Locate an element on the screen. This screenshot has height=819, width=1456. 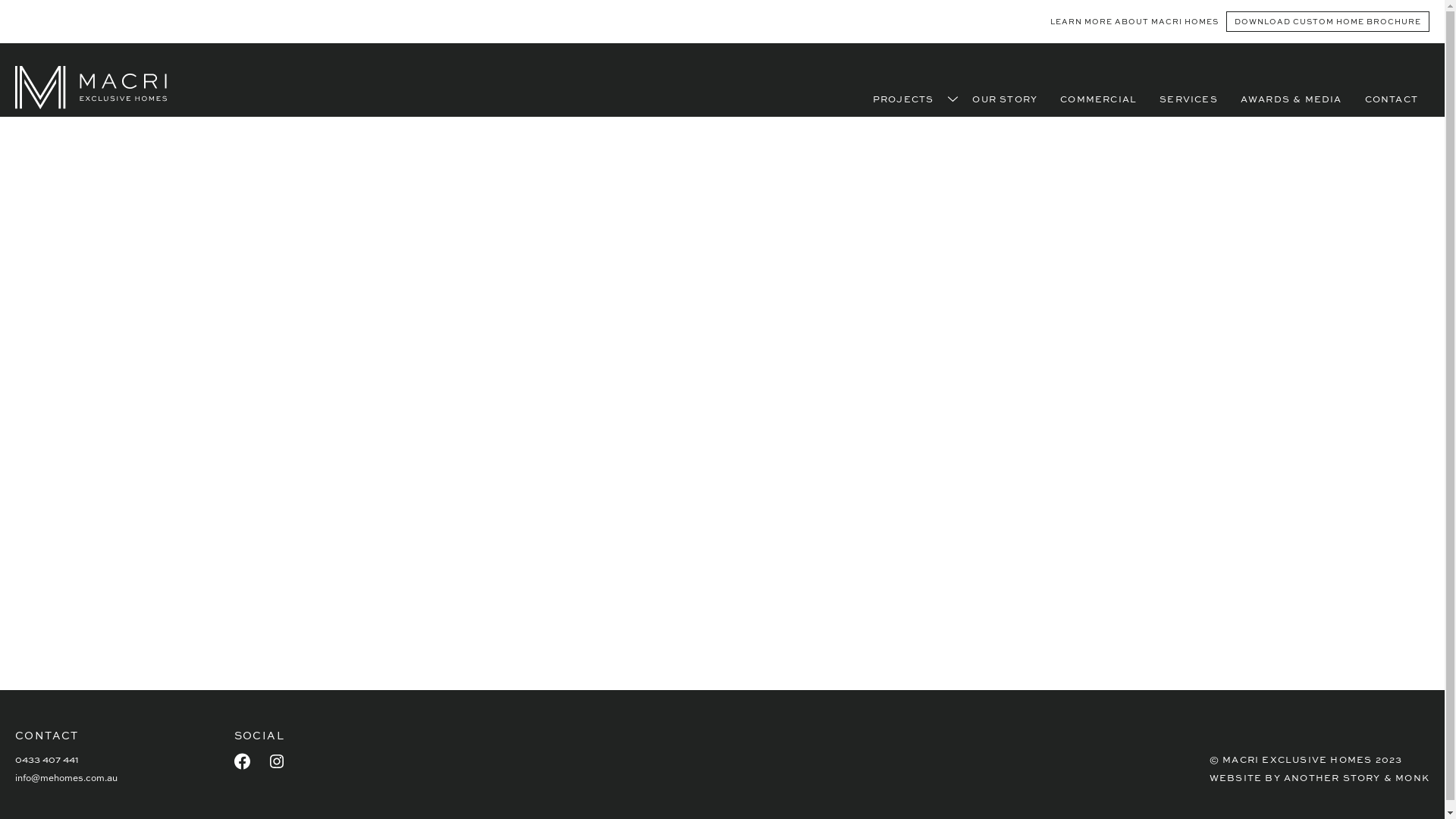
'SERVICES' is located at coordinates (1188, 99).